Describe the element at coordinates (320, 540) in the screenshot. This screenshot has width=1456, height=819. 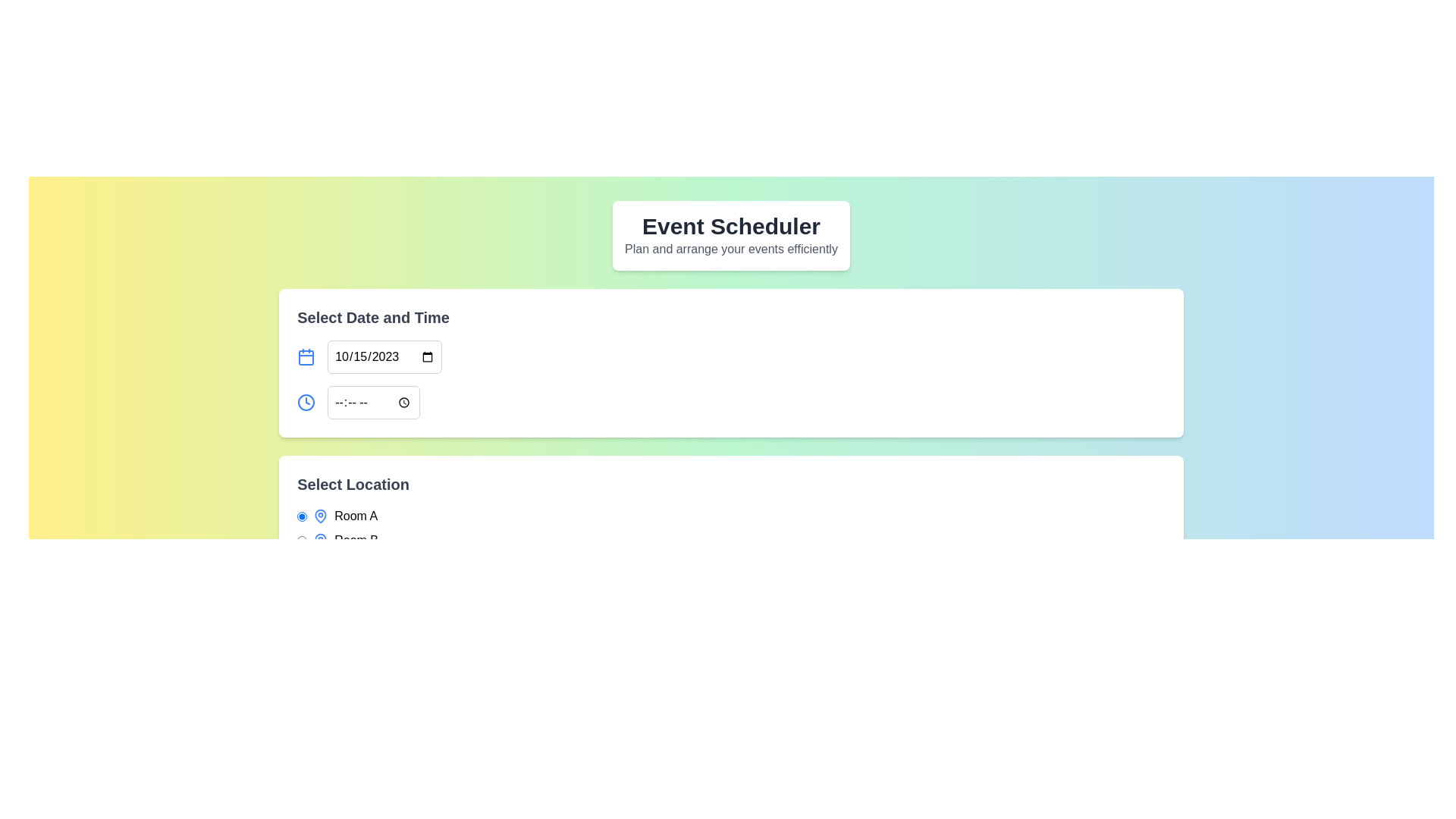
I see `the pin icon that indicates the map location for 'Room B', which is located in the 'Select Location' panel immediately after the radio button and before the text 'Room B'` at that location.